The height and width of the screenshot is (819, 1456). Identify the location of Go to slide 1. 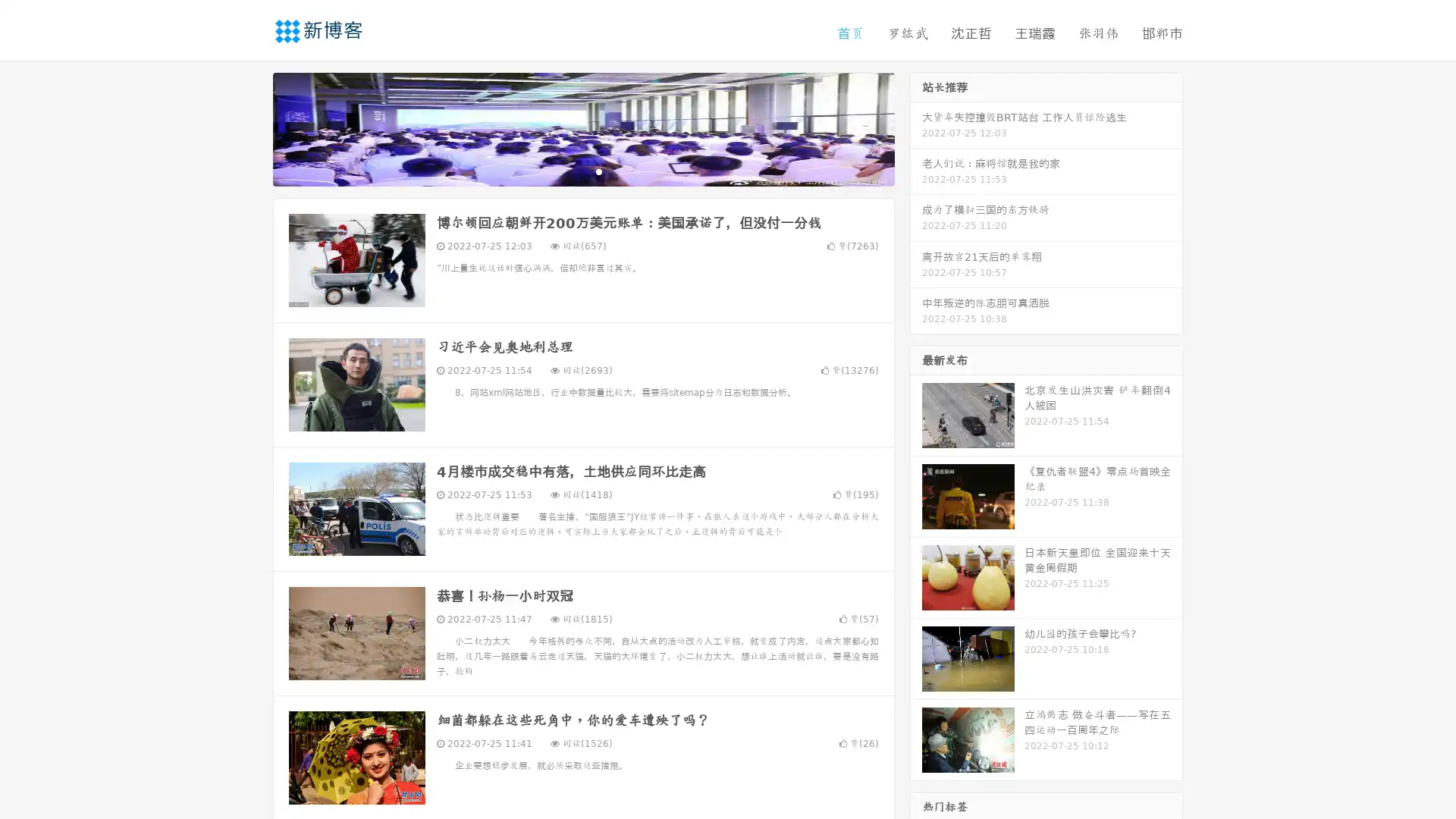
(567, 171).